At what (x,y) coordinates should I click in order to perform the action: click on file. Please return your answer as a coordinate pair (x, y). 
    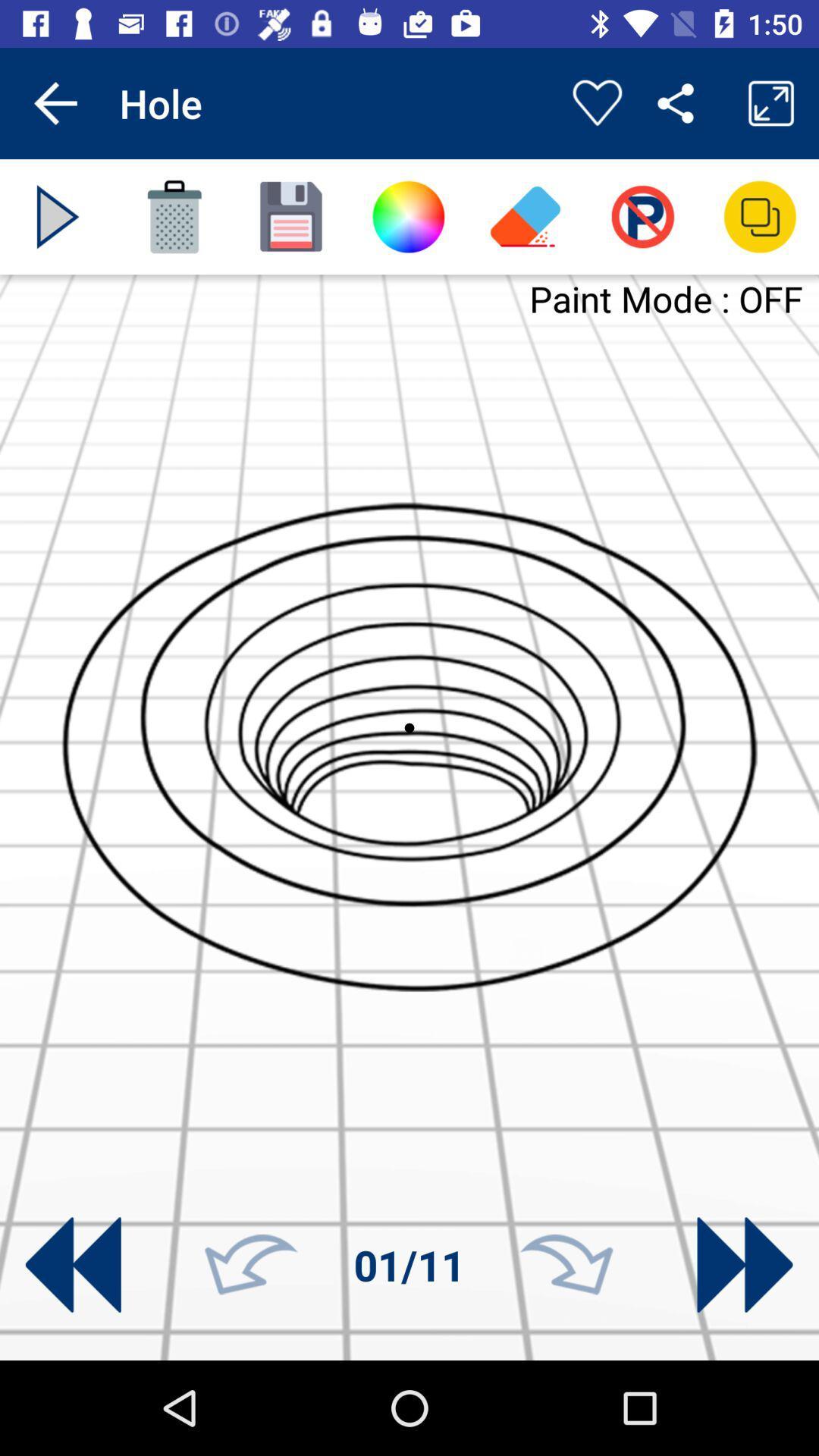
    Looking at the image, I should click on (291, 216).